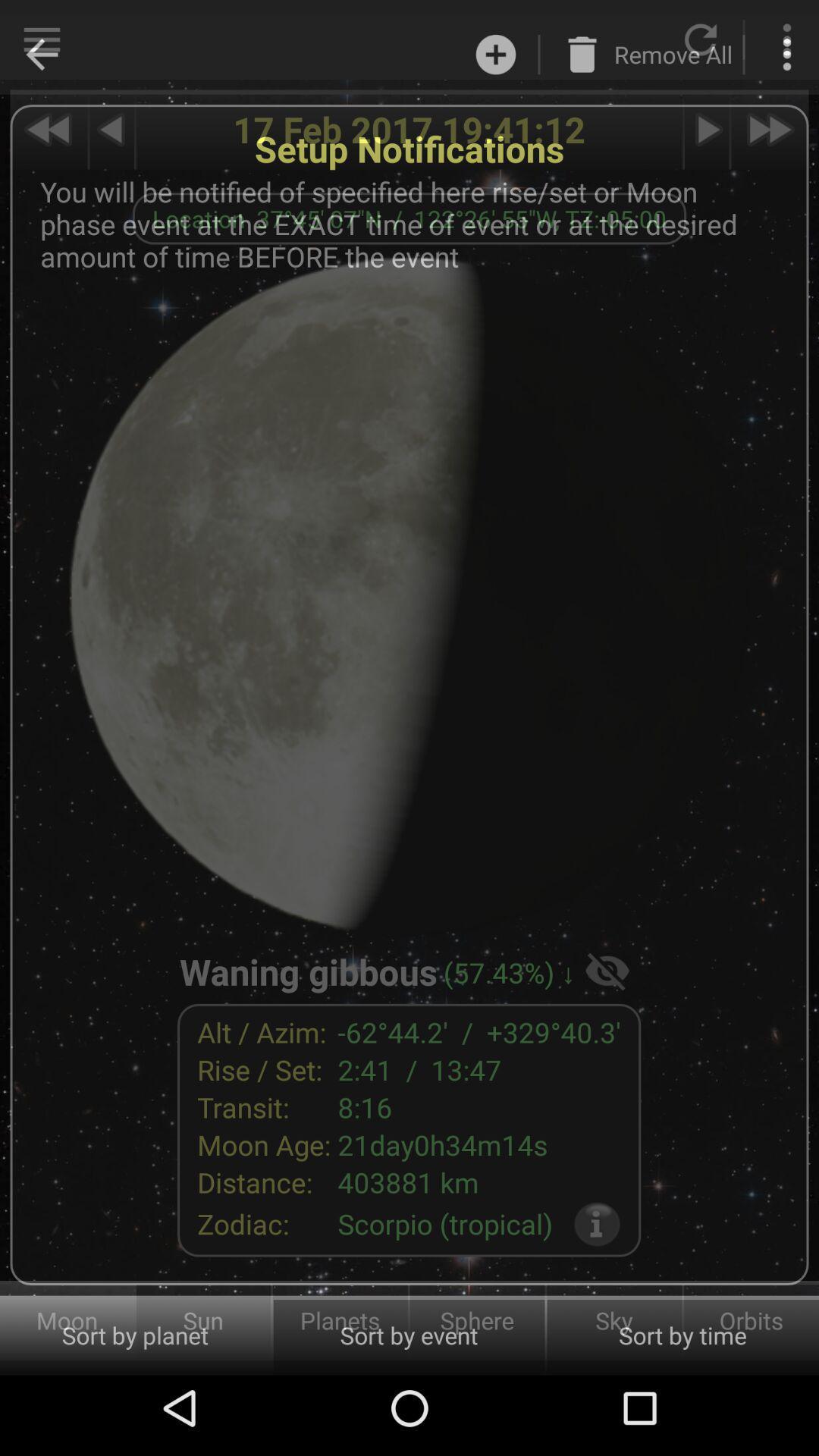  I want to click on the more icon, so click(786, 39).